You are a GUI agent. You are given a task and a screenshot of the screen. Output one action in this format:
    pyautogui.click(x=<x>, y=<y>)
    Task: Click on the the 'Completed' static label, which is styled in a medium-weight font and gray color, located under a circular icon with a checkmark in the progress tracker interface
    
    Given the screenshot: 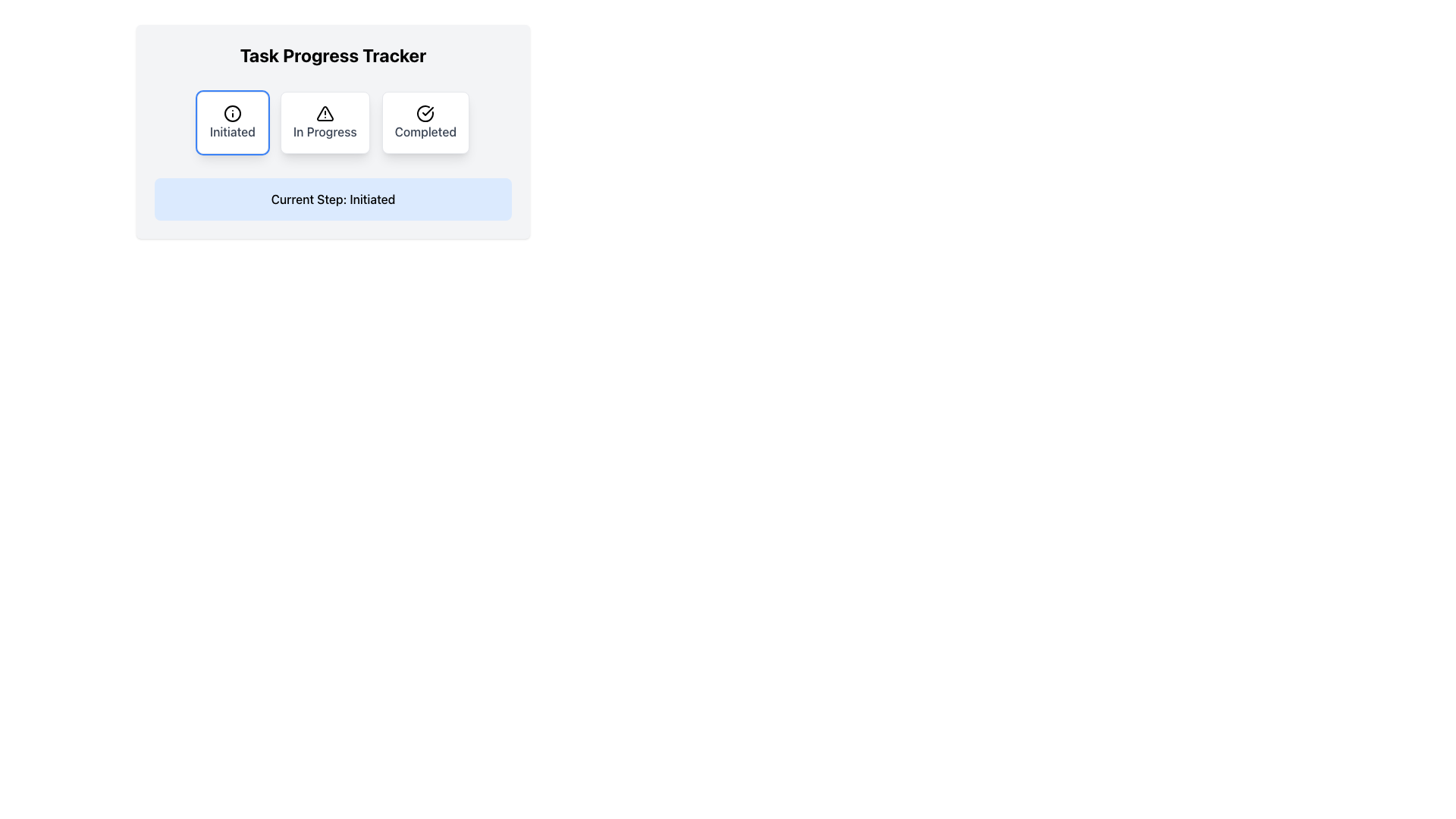 What is the action you would take?
    pyautogui.click(x=425, y=130)
    